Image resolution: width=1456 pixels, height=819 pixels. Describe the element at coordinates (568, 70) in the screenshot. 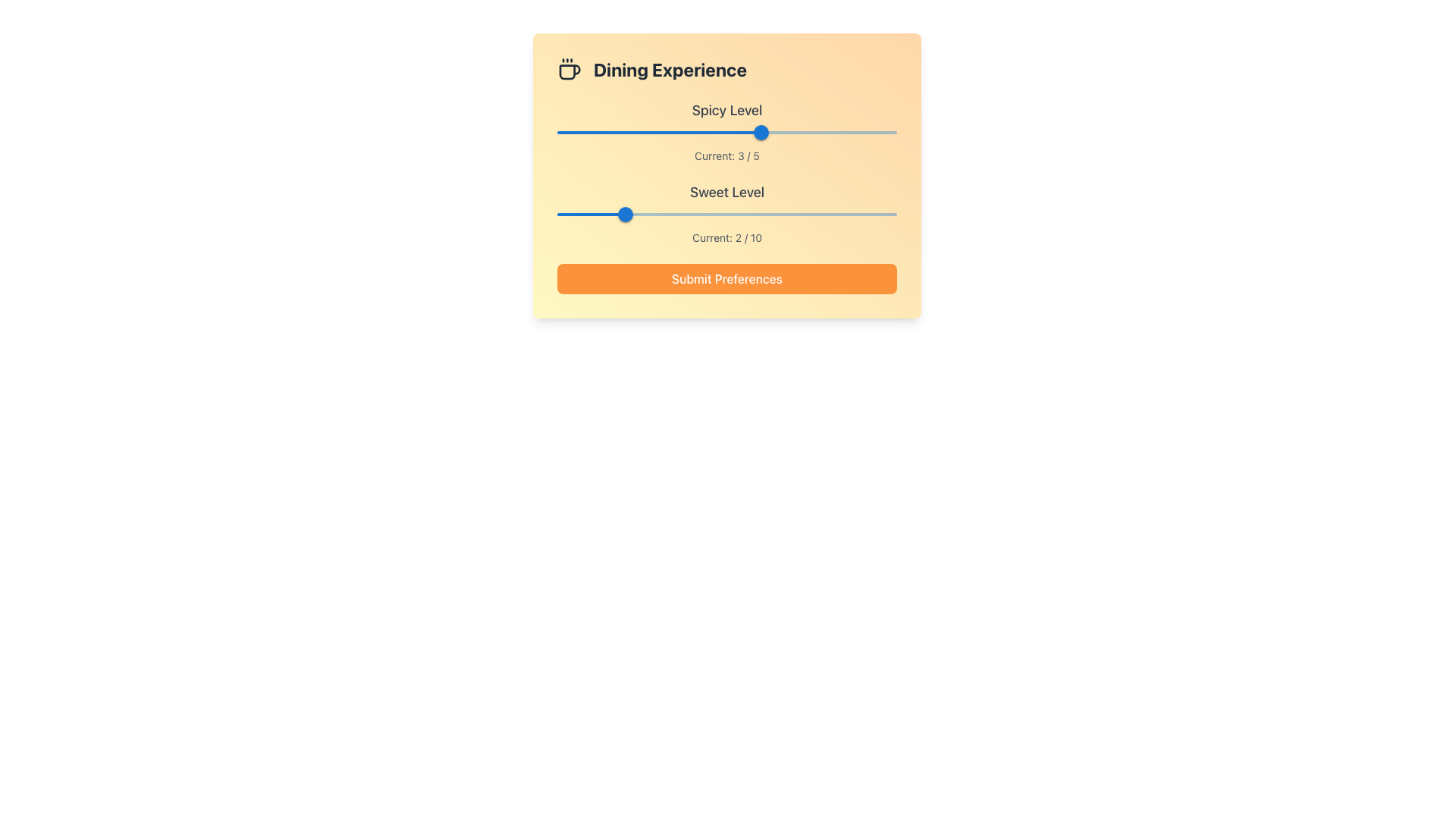

I see `the coffee cup icon, which is a minimalistic line design situated to the left of the text 'Dining Experience'` at that location.